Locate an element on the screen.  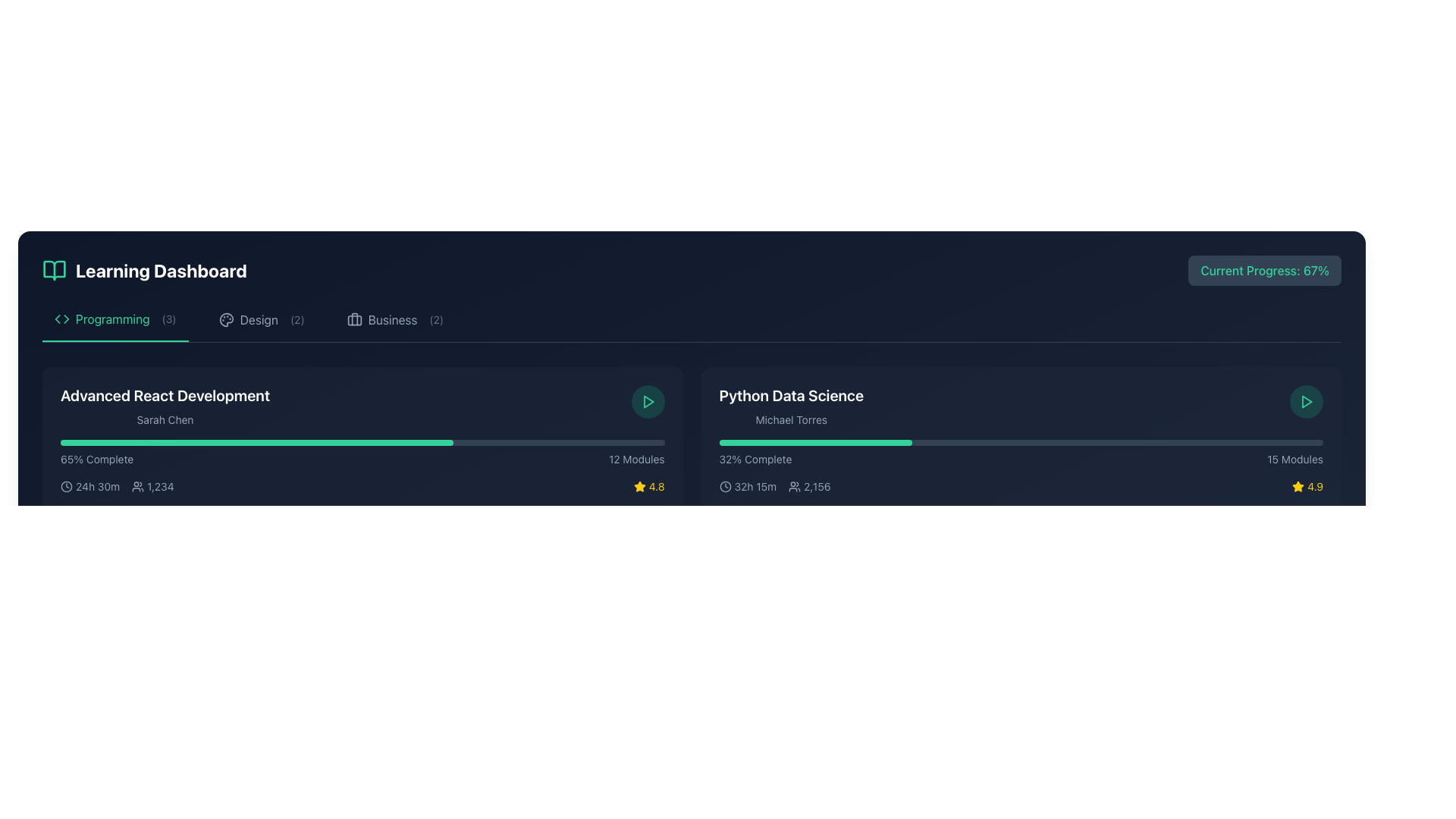
the circular play button with a greenish hue located beside the course details for 'Advanced React Development' by 'Sarah Chen' is located at coordinates (648, 400).